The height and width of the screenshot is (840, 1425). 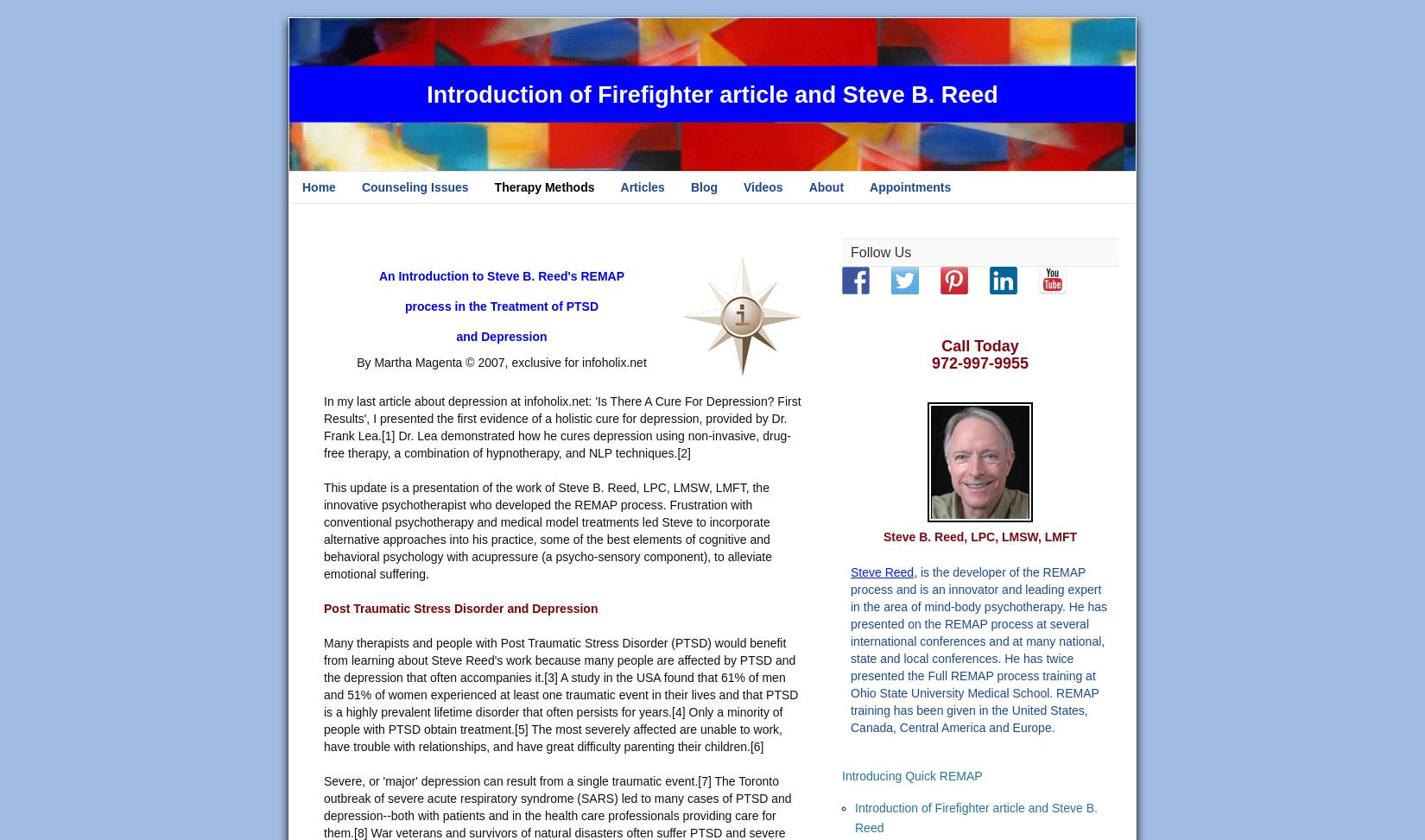 I want to click on 'in the Treatment of PTSD', so click(x=525, y=306).